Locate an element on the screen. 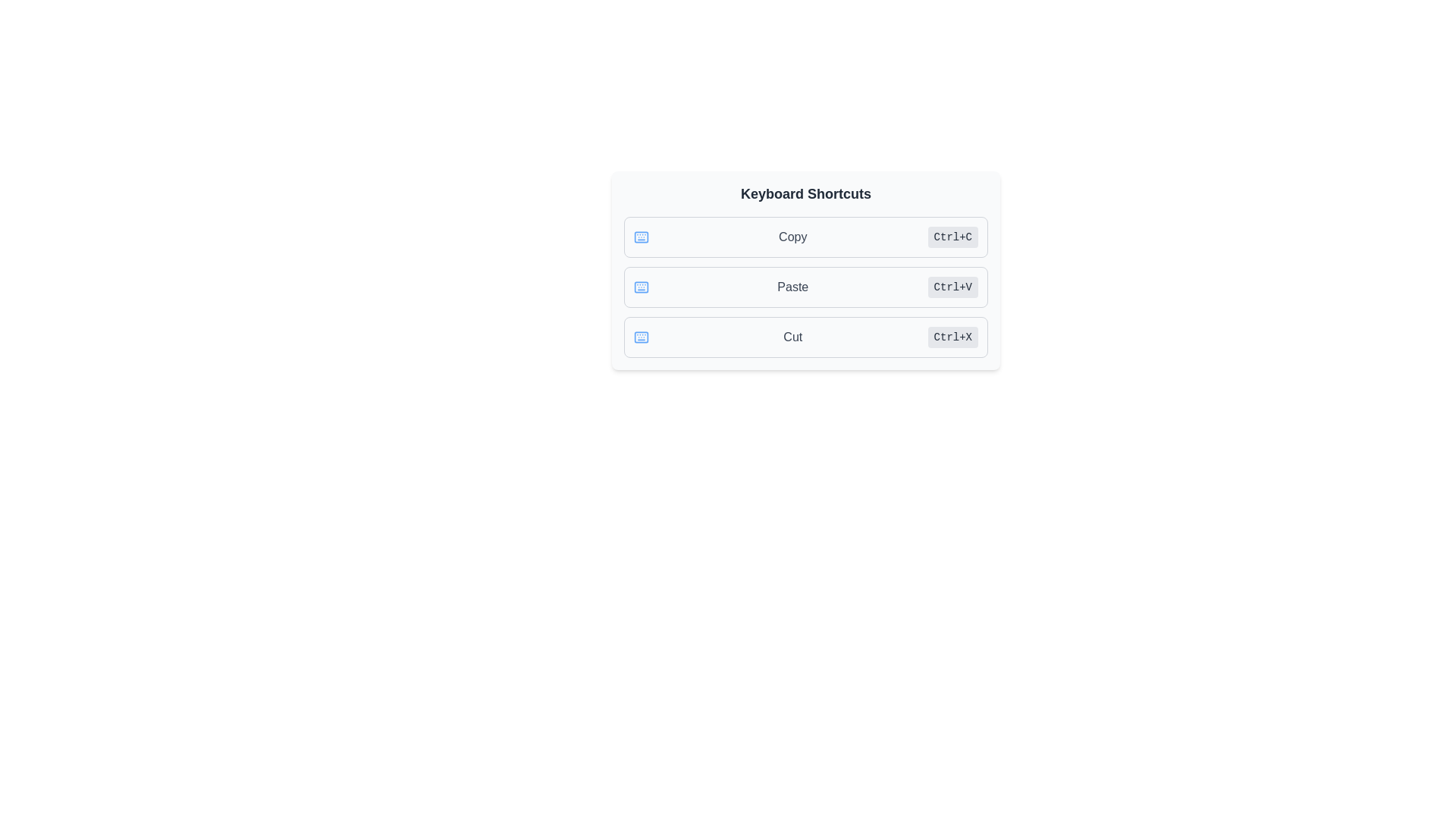 This screenshot has height=819, width=1456. the small rounded rectangular badge displaying the keyboard shortcut 'Ctrl+C', which is located next to the label 'Copy' in the top row of the action list is located at coordinates (952, 237).